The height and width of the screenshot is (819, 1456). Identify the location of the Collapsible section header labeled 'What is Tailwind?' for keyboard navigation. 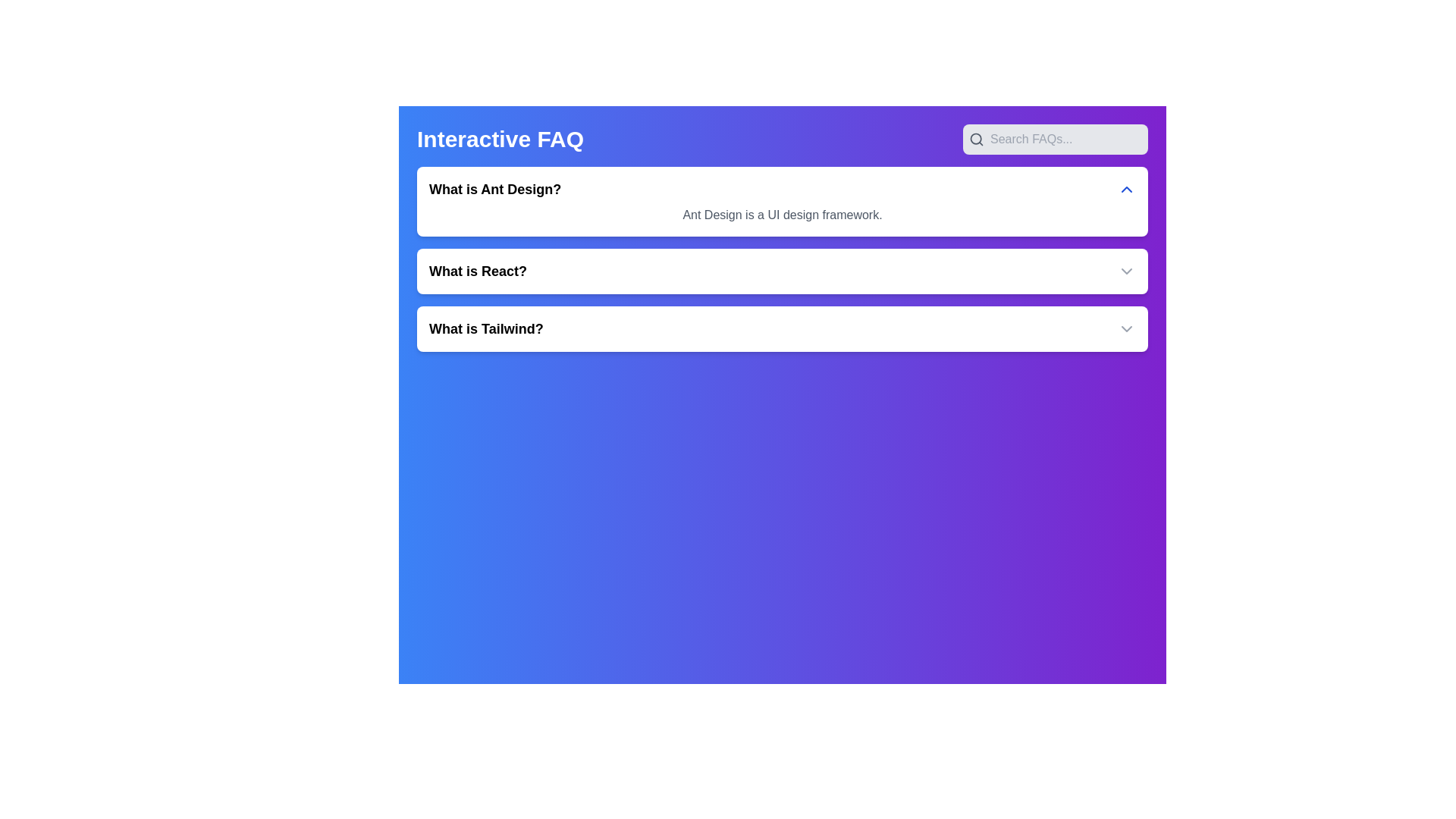
(783, 328).